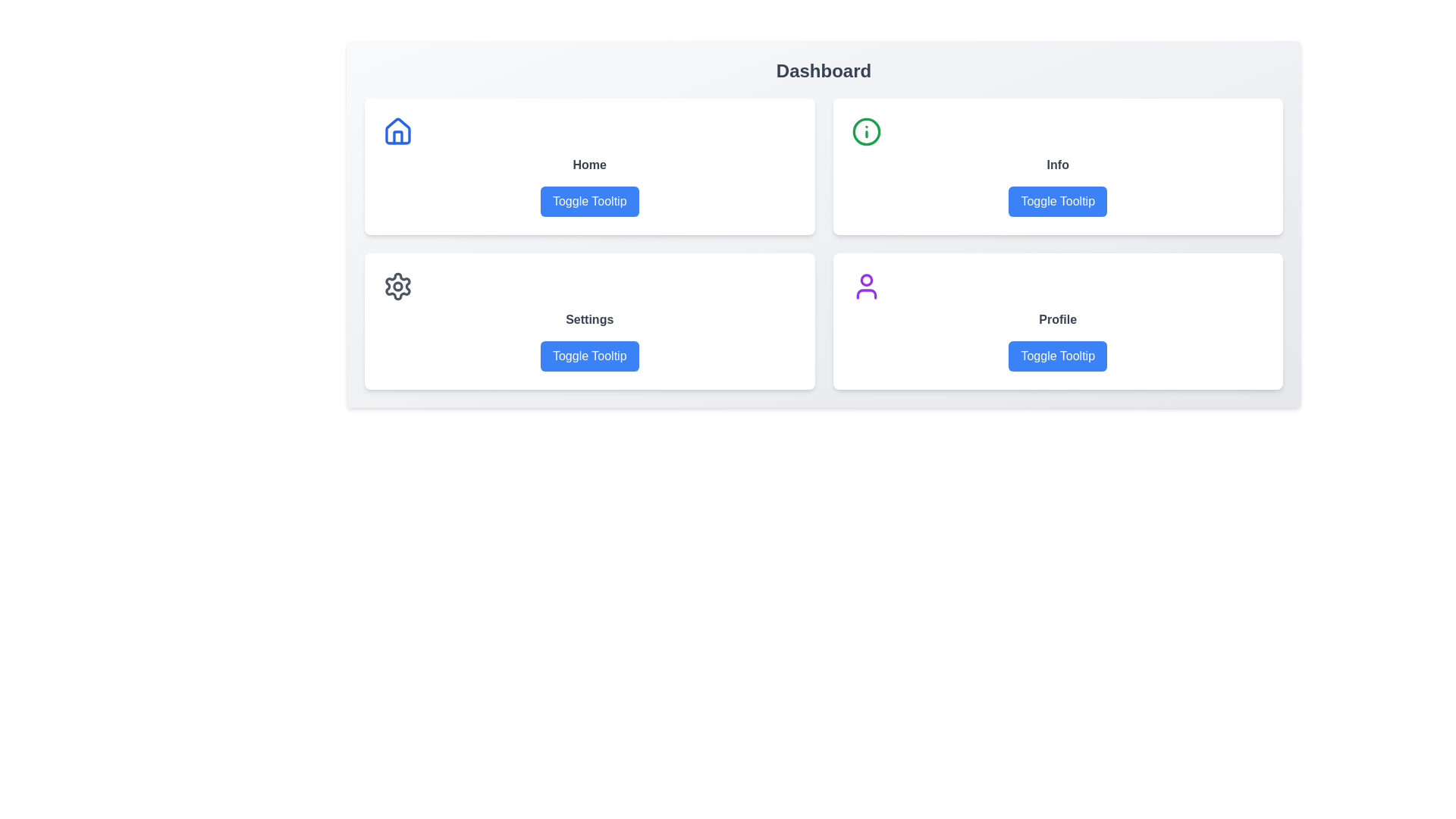 Image resolution: width=1456 pixels, height=819 pixels. Describe the element at coordinates (588, 318) in the screenshot. I see `the label indicating 'Settings' located in the second card of the second row, positioned above the 'Toggle Tooltip' button` at that location.